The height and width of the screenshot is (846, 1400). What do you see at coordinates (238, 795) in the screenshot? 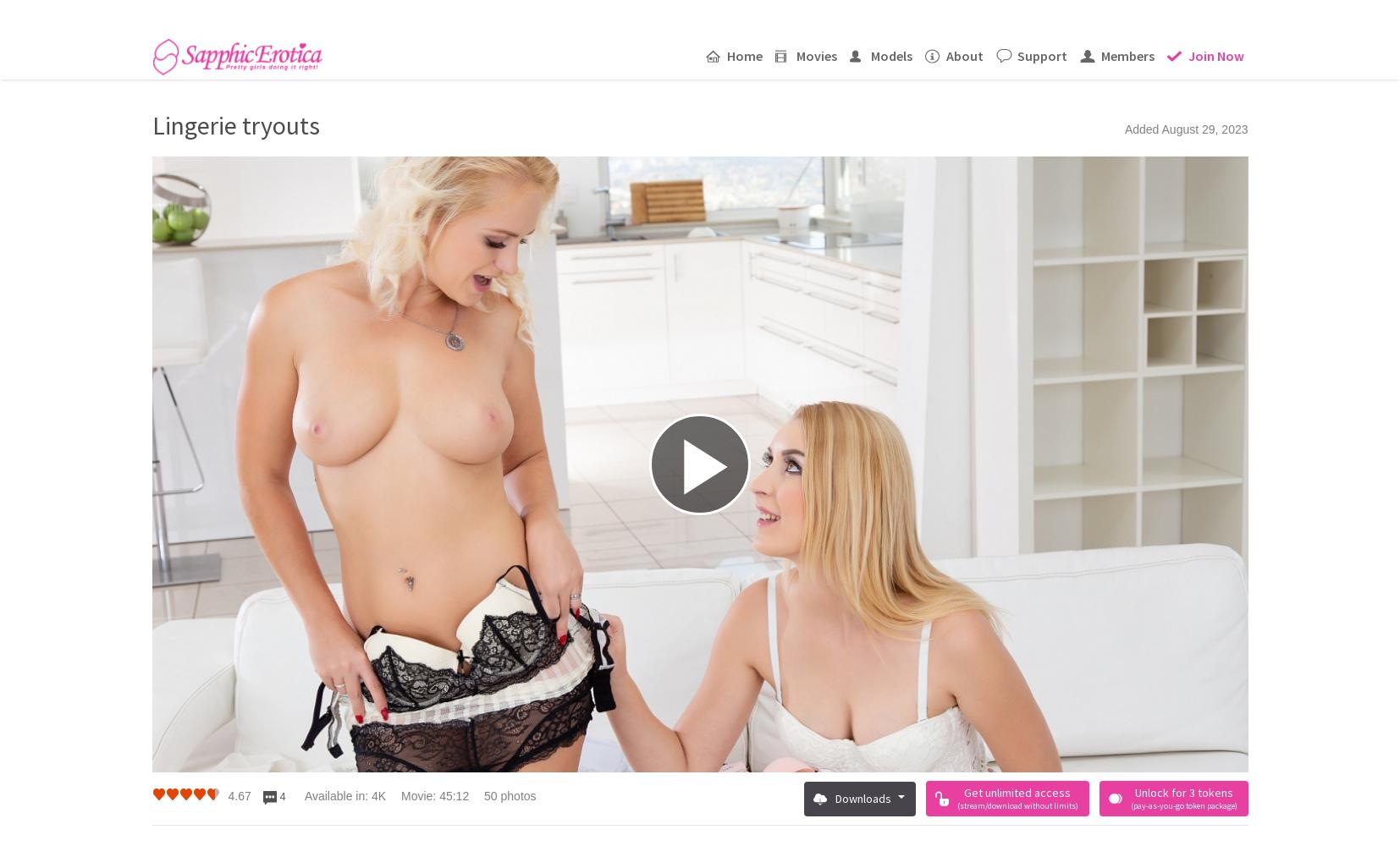
I see `'4.67'` at bounding box center [238, 795].